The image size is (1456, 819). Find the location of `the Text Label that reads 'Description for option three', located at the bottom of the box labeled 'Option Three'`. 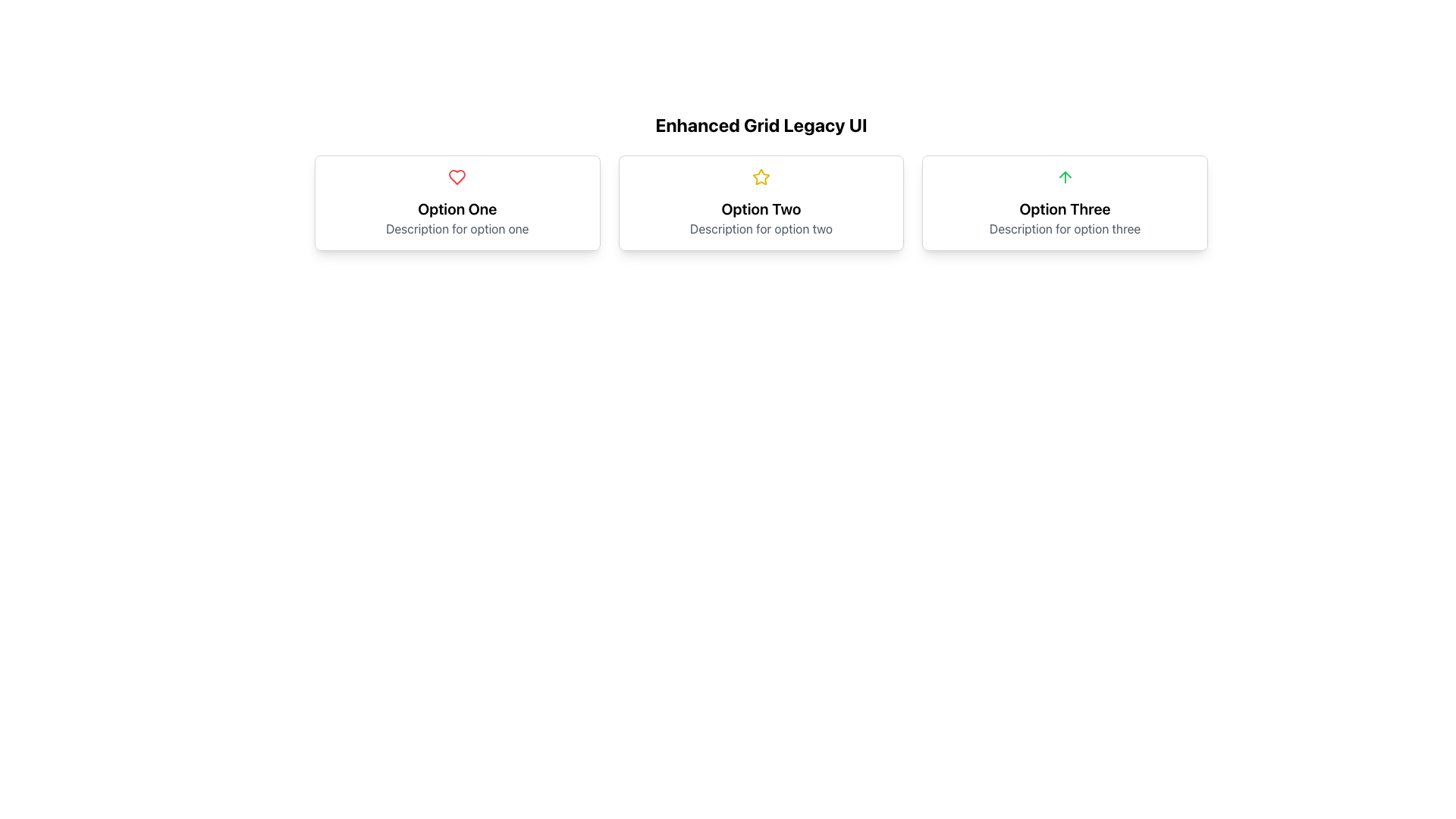

the Text Label that reads 'Description for option three', located at the bottom of the box labeled 'Option Three' is located at coordinates (1064, 228).